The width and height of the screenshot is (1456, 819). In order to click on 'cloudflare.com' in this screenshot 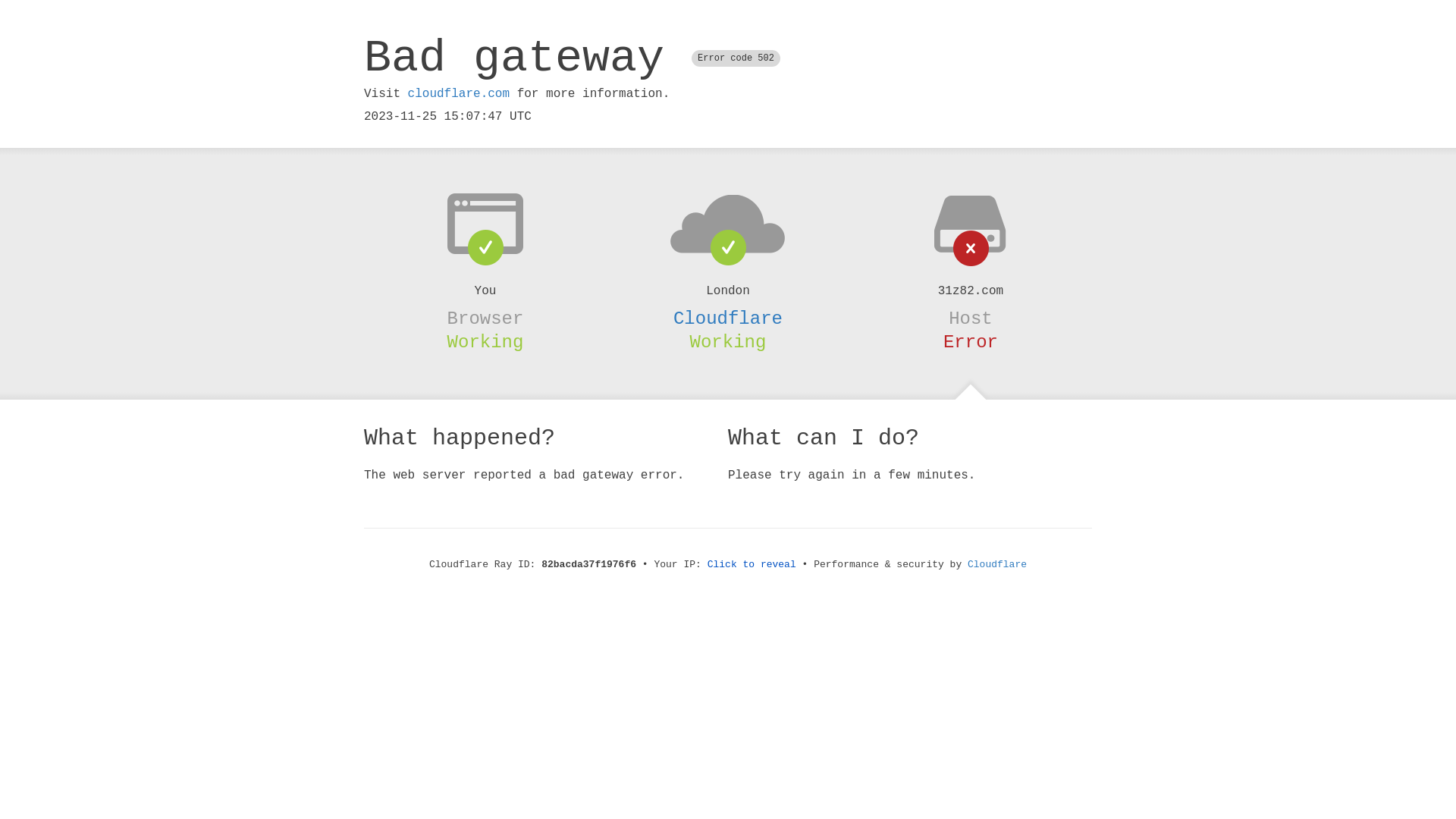, I will do `click(457, 93)`.